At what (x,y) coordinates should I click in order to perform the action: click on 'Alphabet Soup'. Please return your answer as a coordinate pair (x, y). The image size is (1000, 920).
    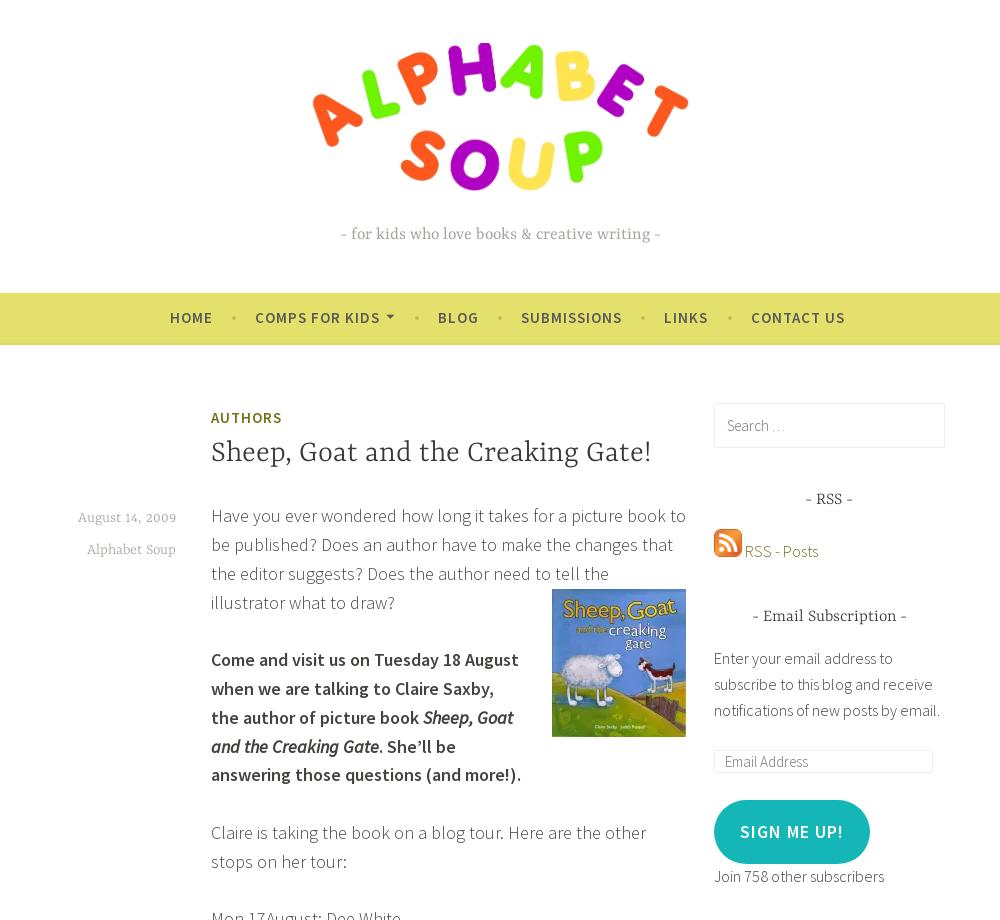
    Looking at the image, I should click on (131, 549).